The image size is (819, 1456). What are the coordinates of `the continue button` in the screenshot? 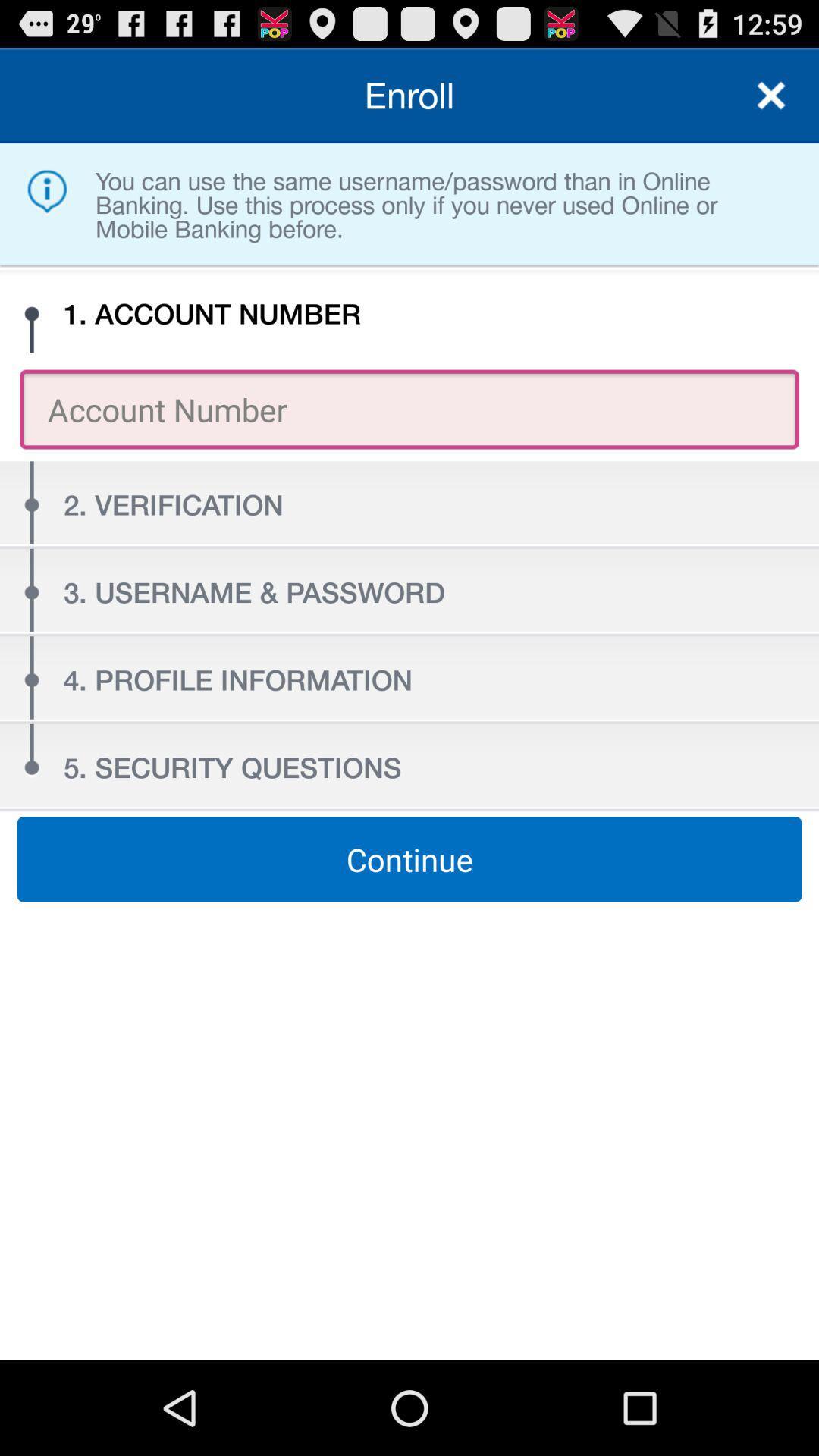 It's located at (409, 859).